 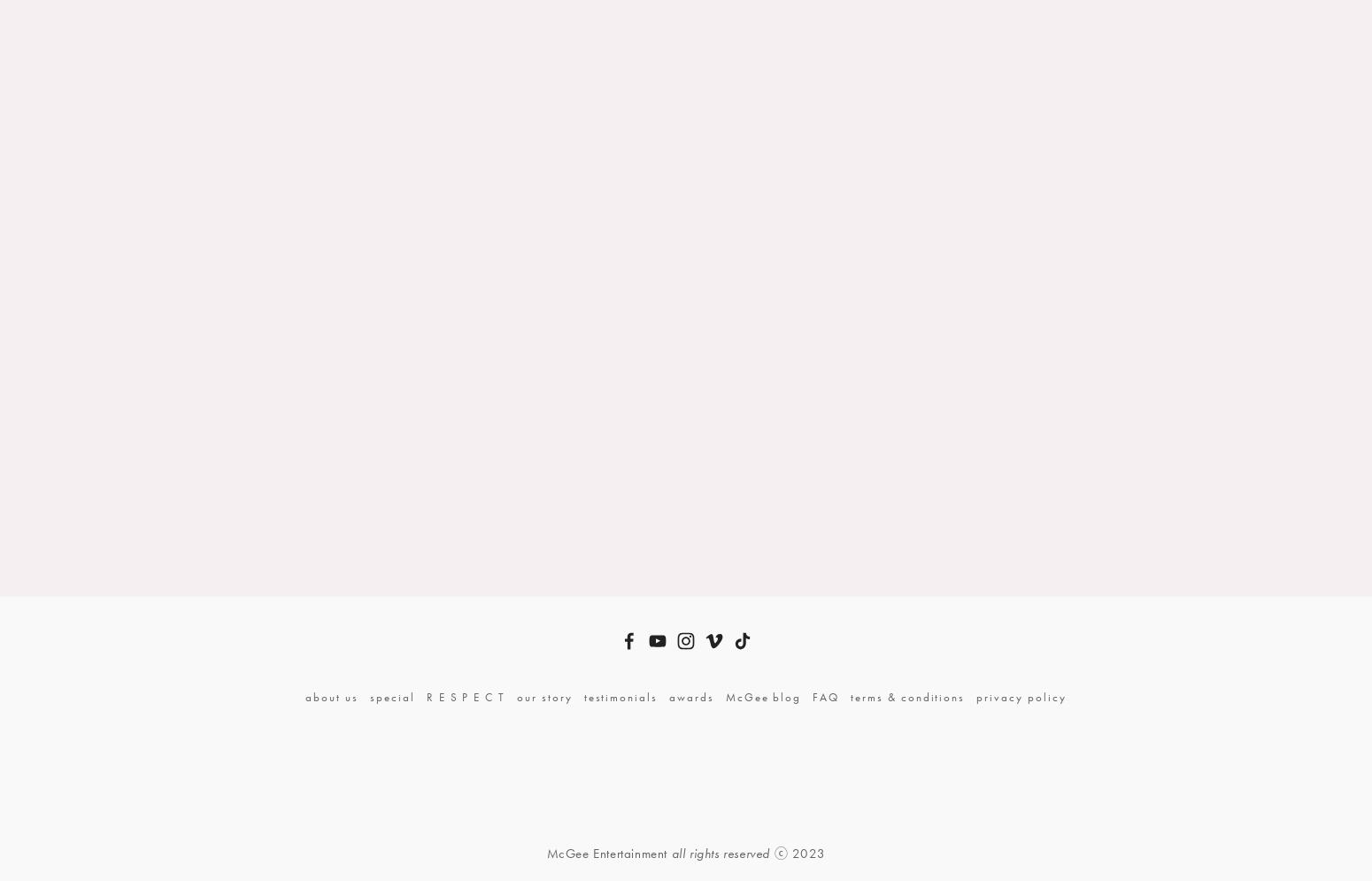 What do you see at coordinates (813, 696) in the screenshot?
I see `'FAQ'` at bounding box center [813, 696].